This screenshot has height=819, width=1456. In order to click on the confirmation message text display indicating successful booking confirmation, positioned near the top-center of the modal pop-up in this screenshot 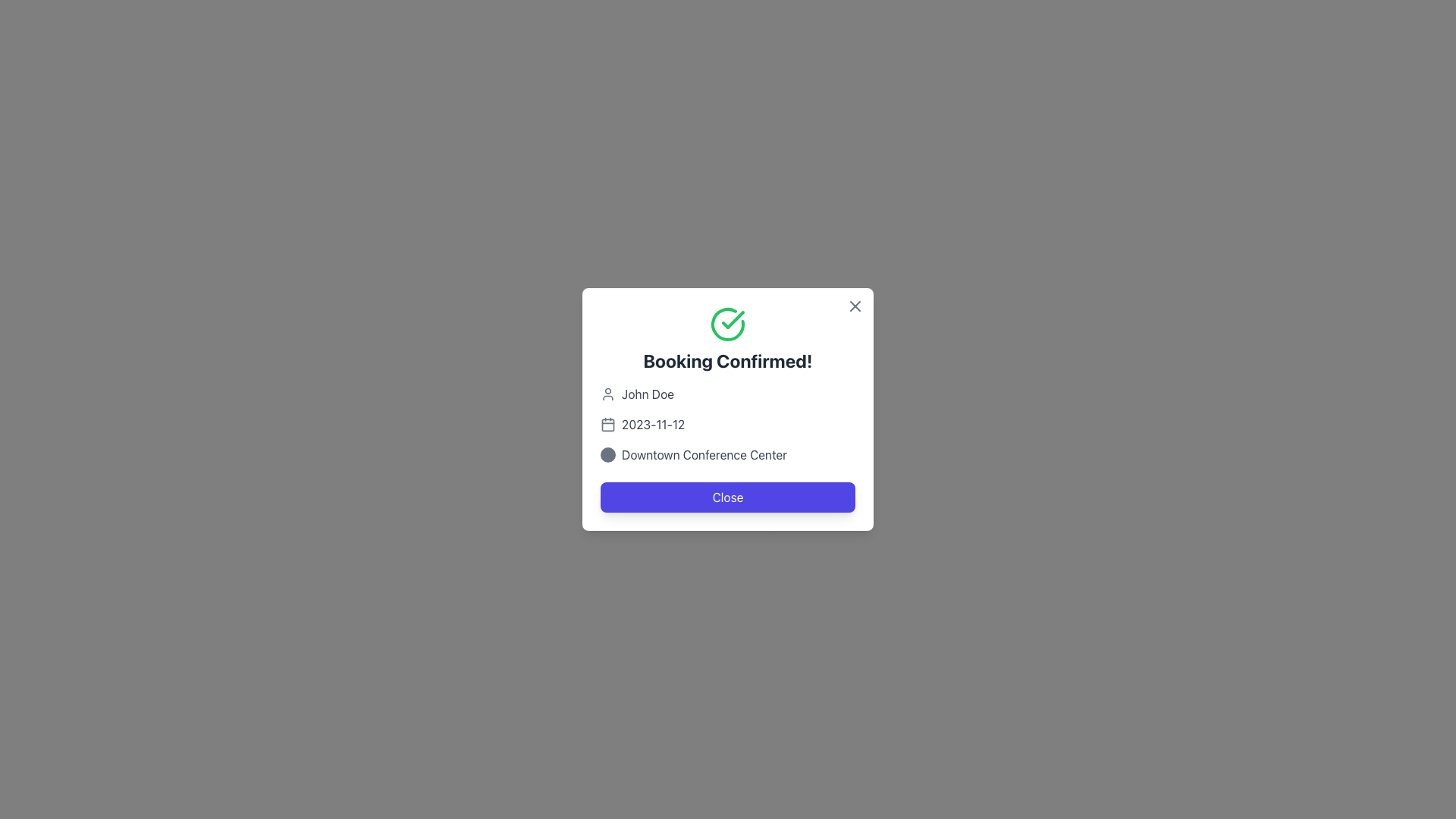, I will do `click(728, 338)`.